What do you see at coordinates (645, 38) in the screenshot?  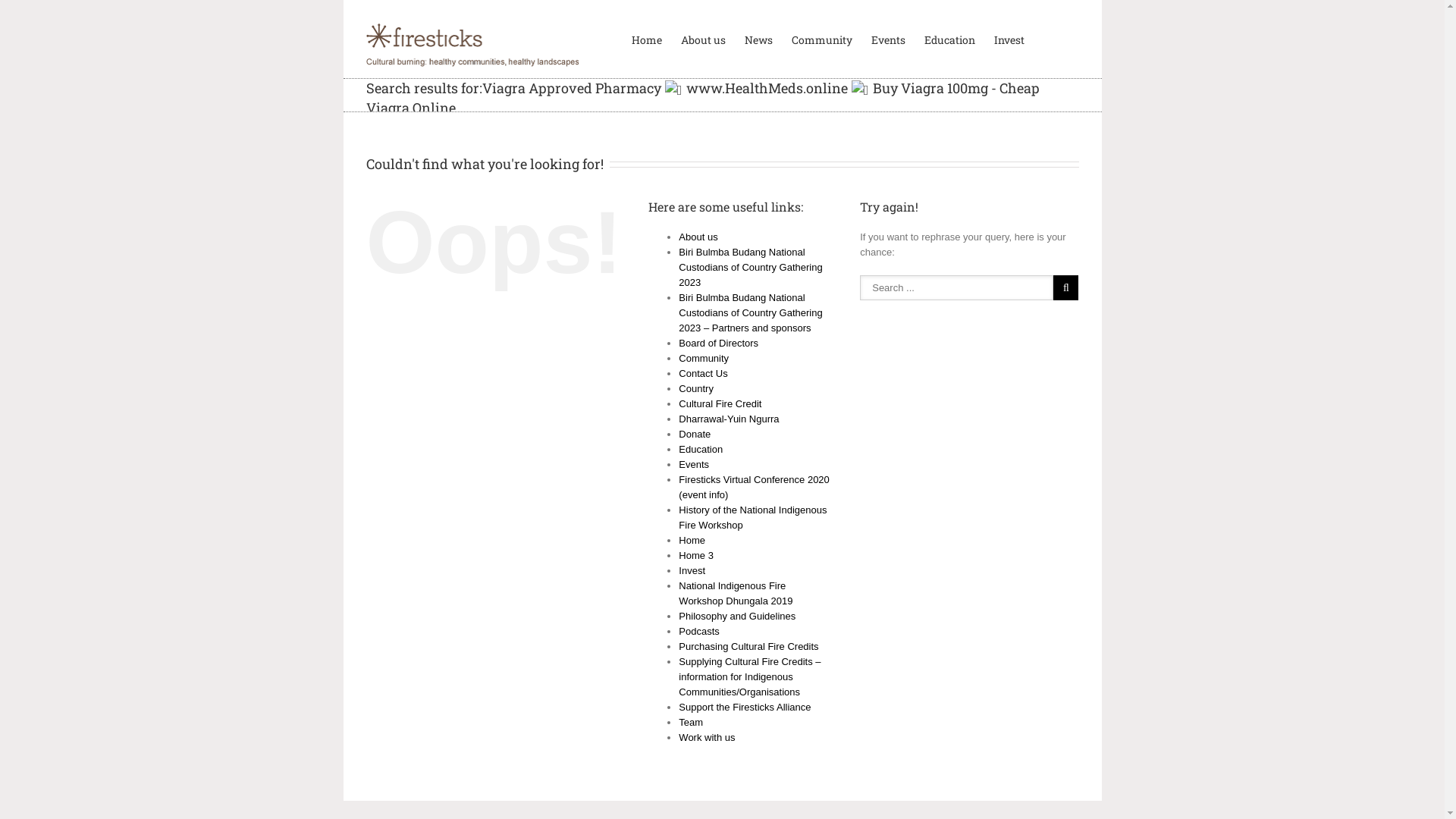 I see `'Home'` at bounding box center [645, 38].